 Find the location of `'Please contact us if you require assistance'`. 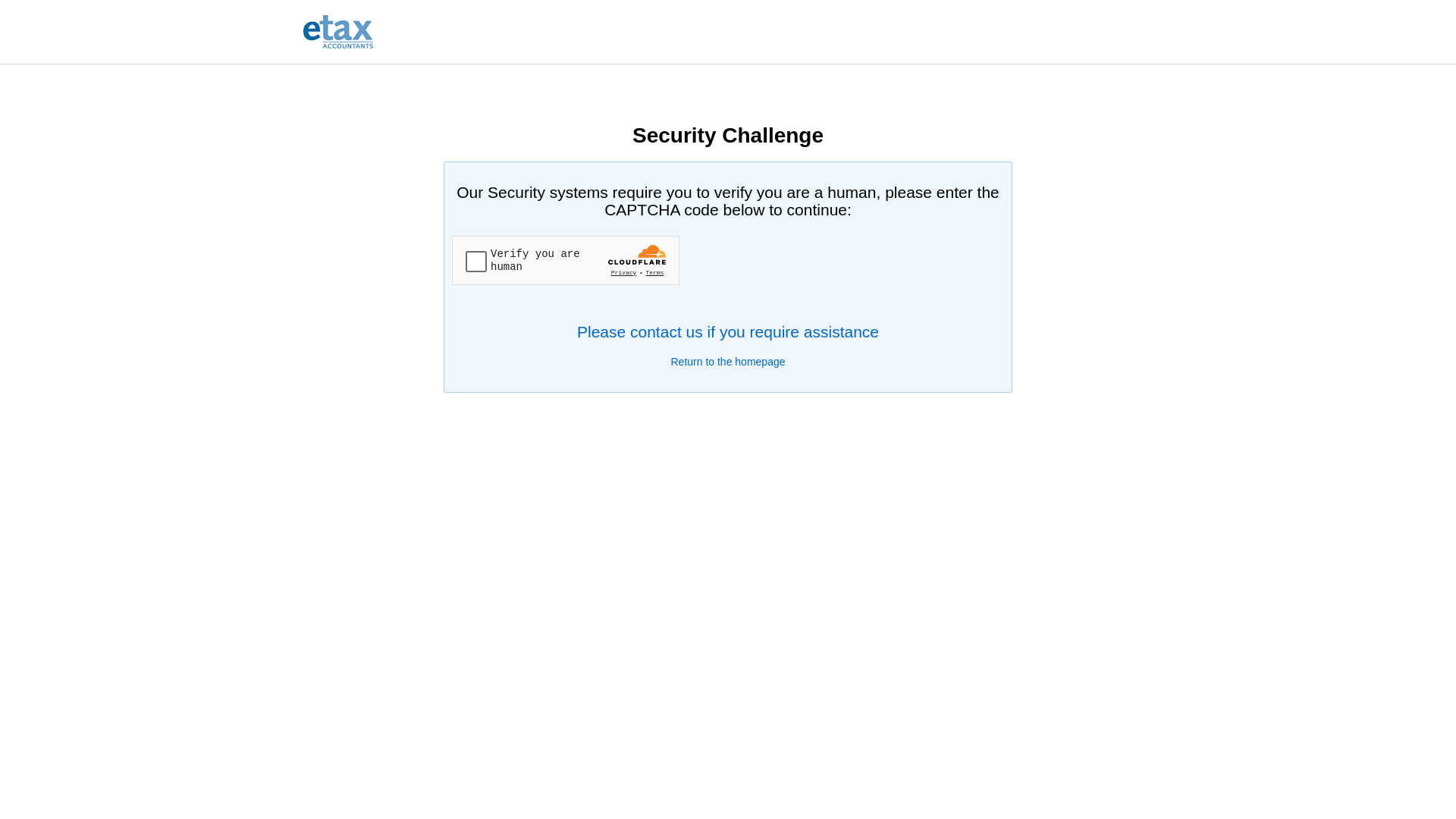

'Please contact us if you require assistance' is located at coordinates (728, 331).